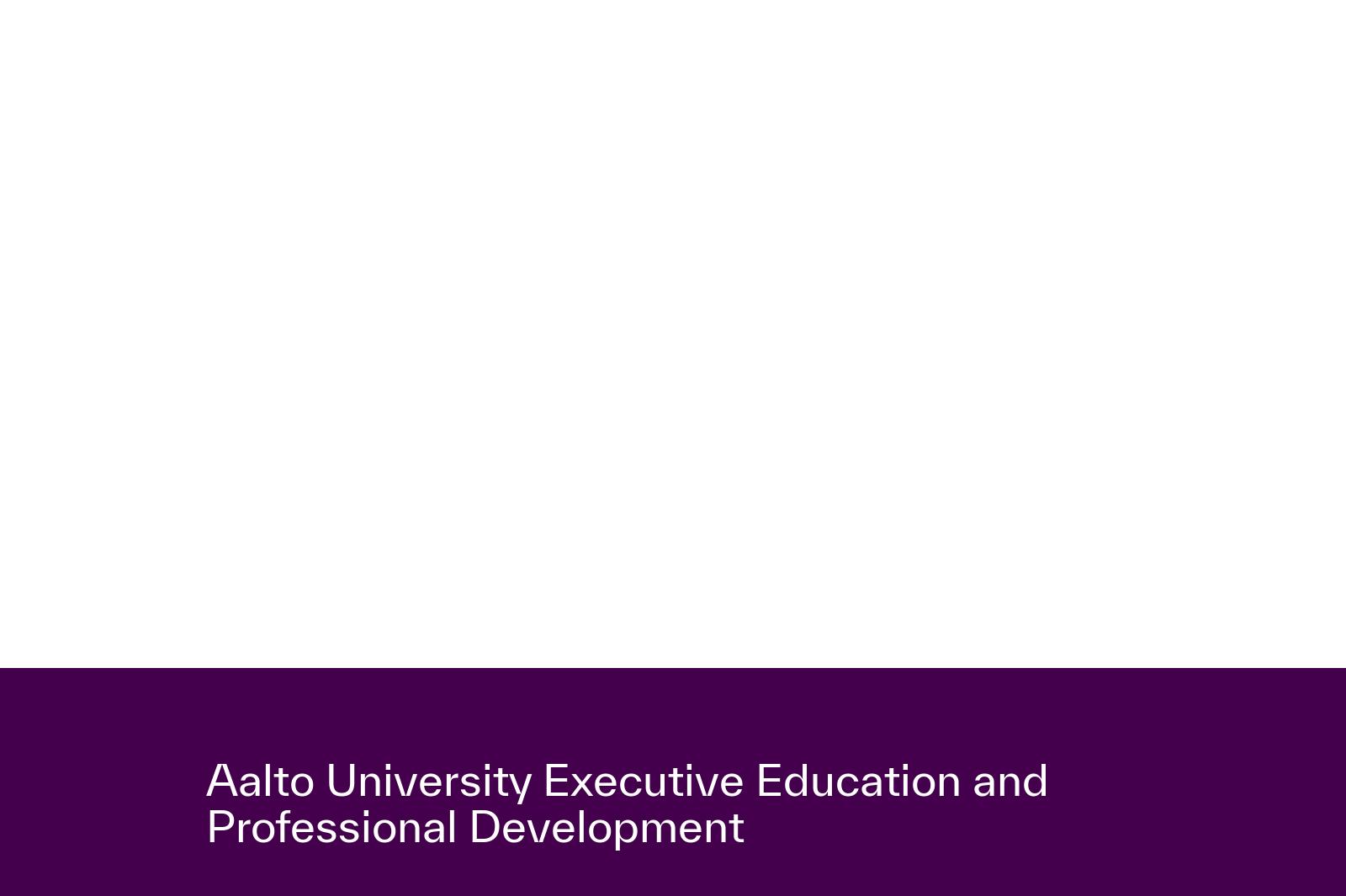 Image resolution: width=1346 pixels, height=896 pixels. What do you see at coordinates (434, 702) in the screenshot?
I see `'I accept the marketing terms'` at bounding box center [434, 702].